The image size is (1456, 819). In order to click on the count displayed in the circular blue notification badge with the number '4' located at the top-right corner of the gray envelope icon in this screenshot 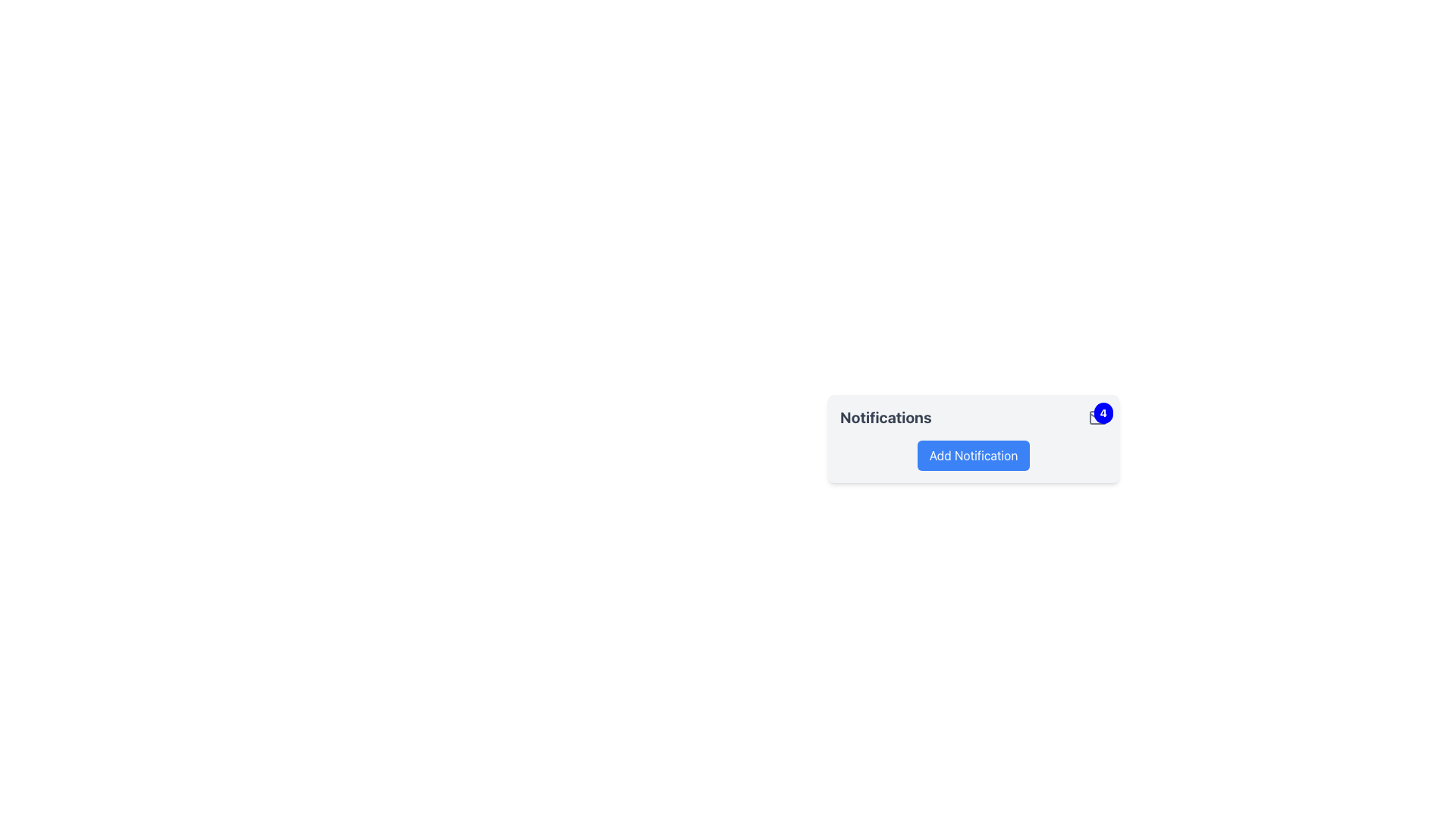, I will do `click(1098, 418)`.